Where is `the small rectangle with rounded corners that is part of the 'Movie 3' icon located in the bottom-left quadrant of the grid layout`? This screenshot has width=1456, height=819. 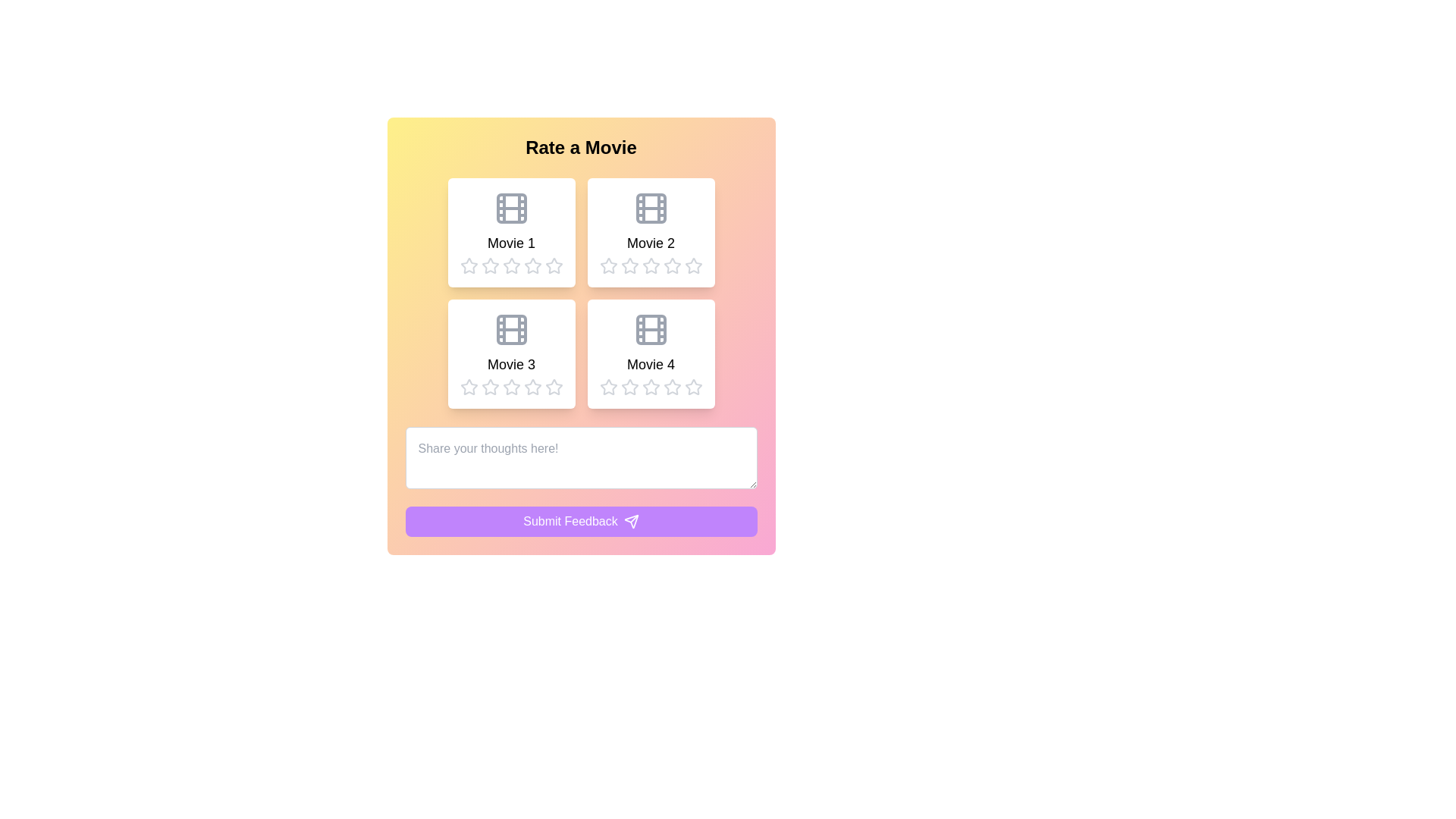
the small rectangle with rounded corners that is part of the 'Movie 3' icon located in the bottom-left quadrant of the grid layout is located at coordinates (511, 329).